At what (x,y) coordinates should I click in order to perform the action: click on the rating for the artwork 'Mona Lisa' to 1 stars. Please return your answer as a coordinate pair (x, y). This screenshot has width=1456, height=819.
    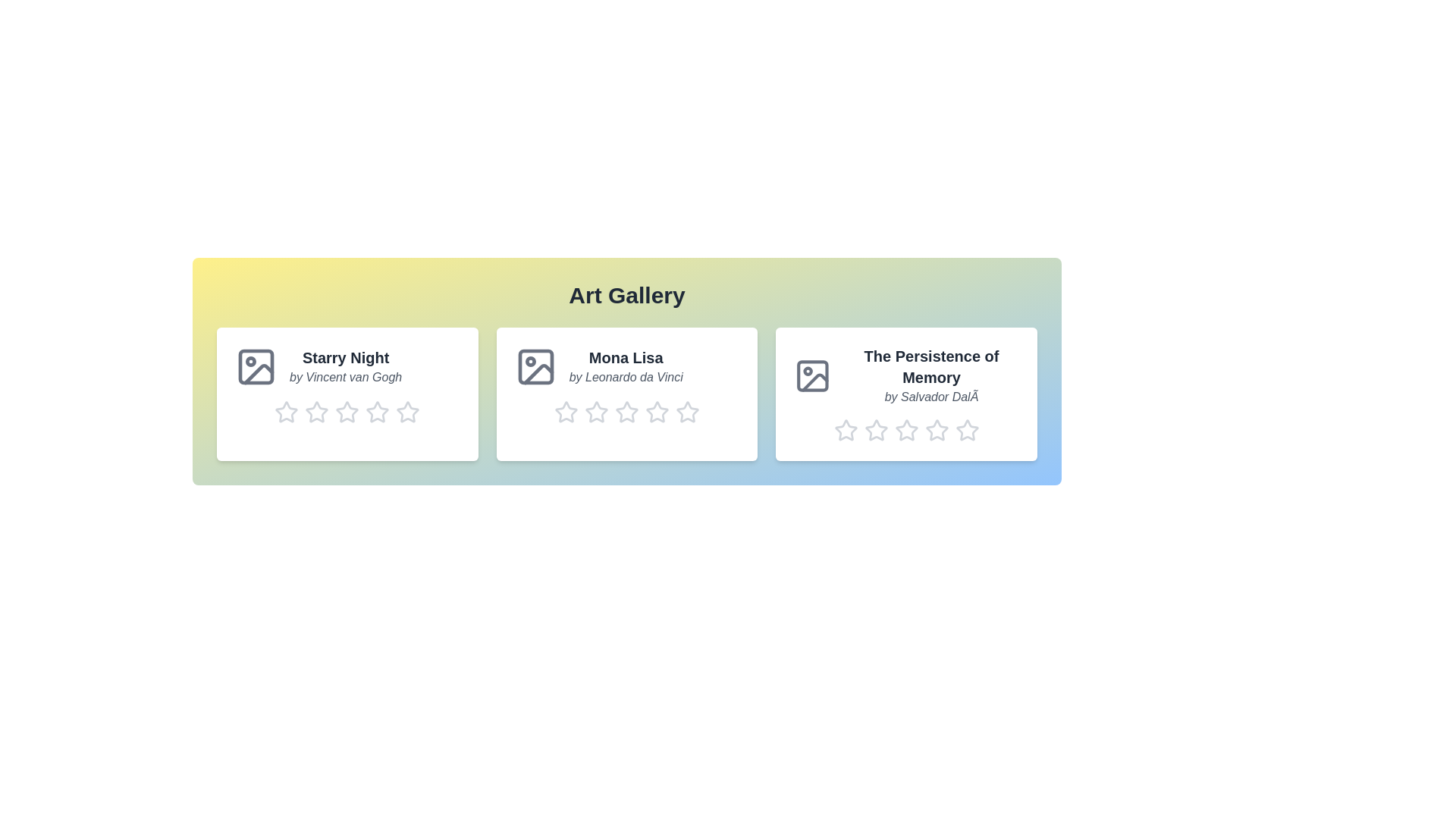
    Looking at the image, I should click on (564, 412).